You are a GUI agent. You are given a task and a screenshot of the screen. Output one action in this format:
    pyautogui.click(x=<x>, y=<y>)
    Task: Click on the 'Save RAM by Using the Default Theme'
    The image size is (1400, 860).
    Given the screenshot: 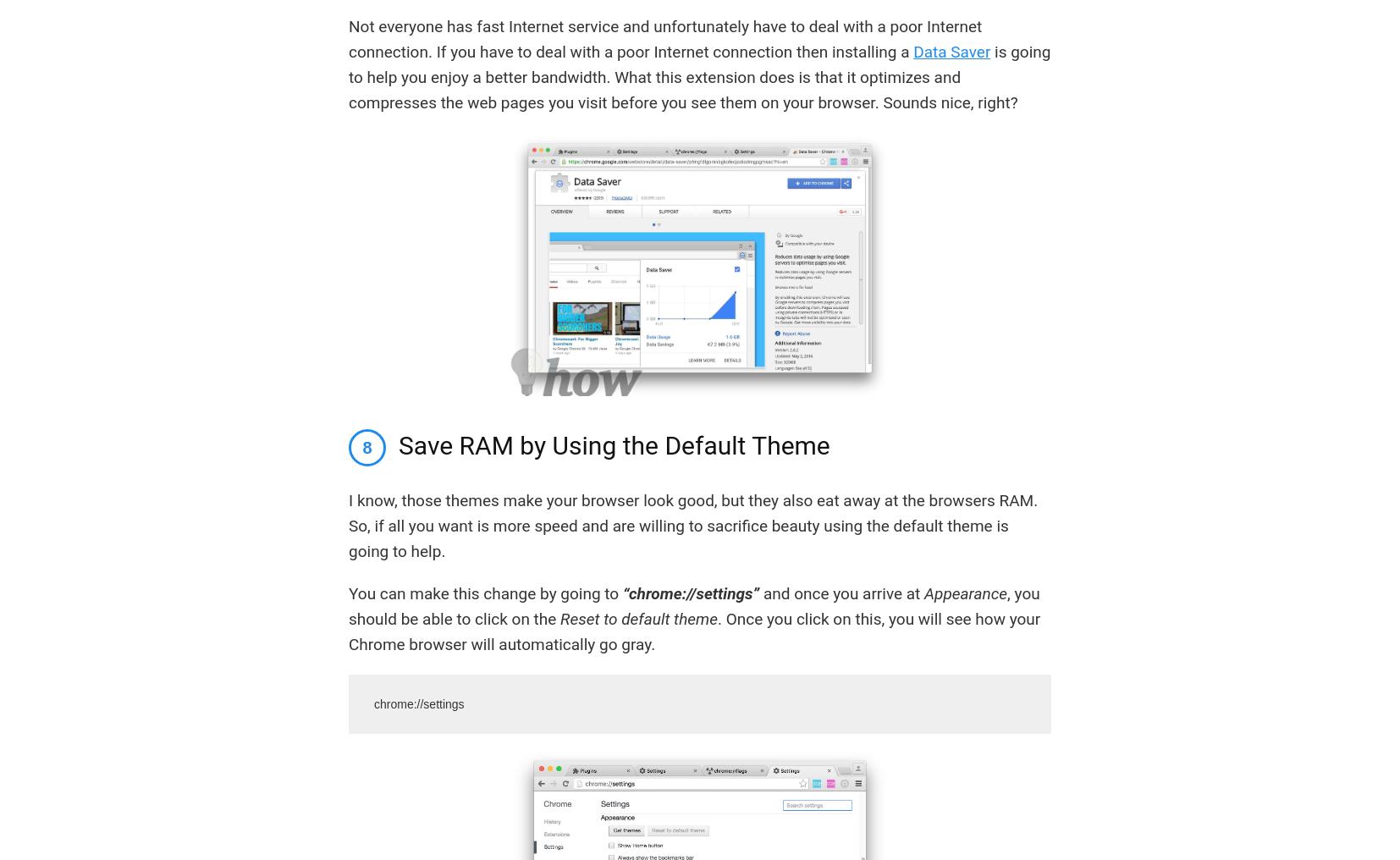 What is the action you would take?
    pyautogui.click(x=614, y=444)
    